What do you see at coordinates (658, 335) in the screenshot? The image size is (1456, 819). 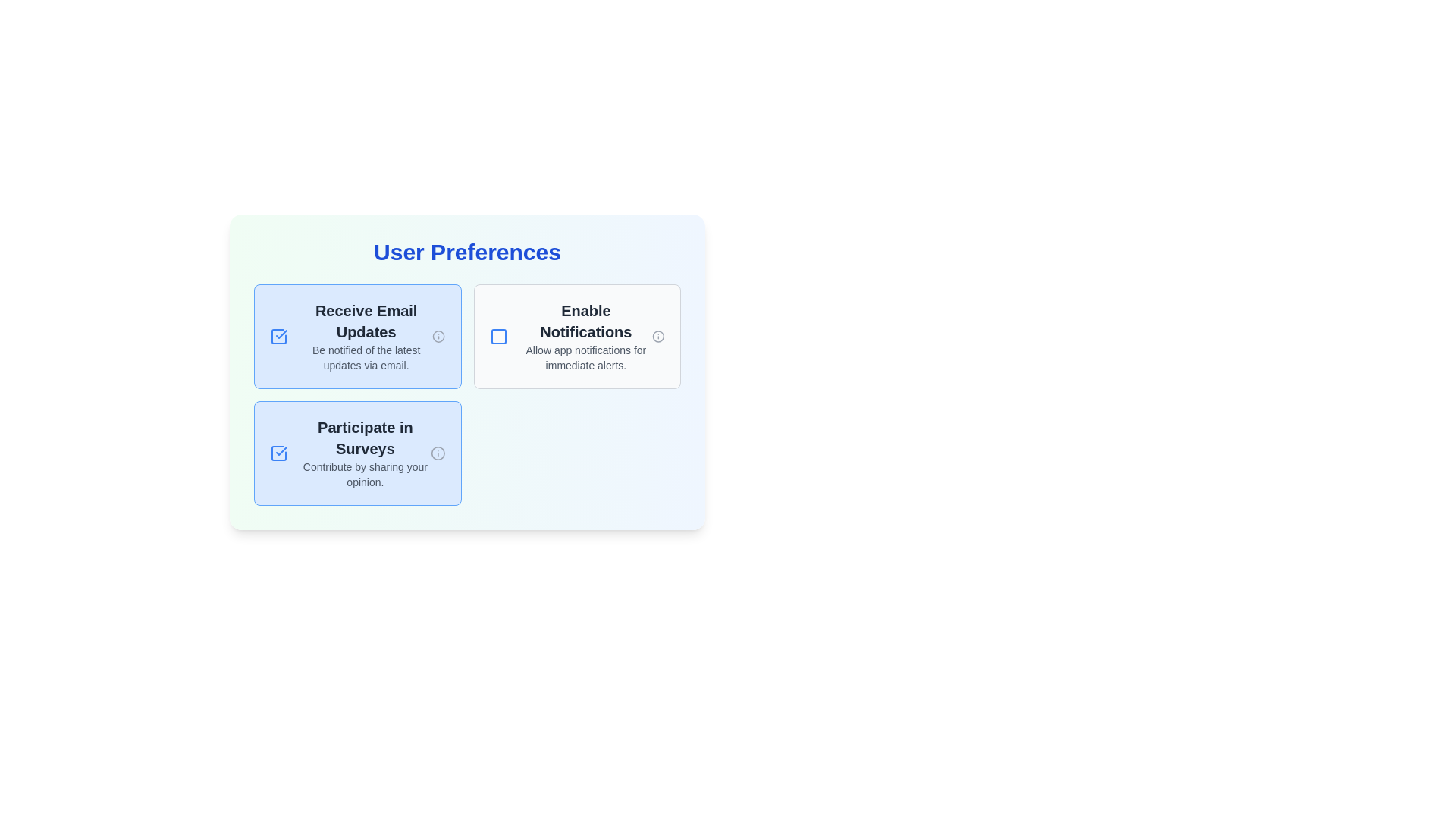 I see `the circular graphical element that is part of the information icon next to 'Enable Notifications' in the user preferences panel` at bounding box center [658, 335].